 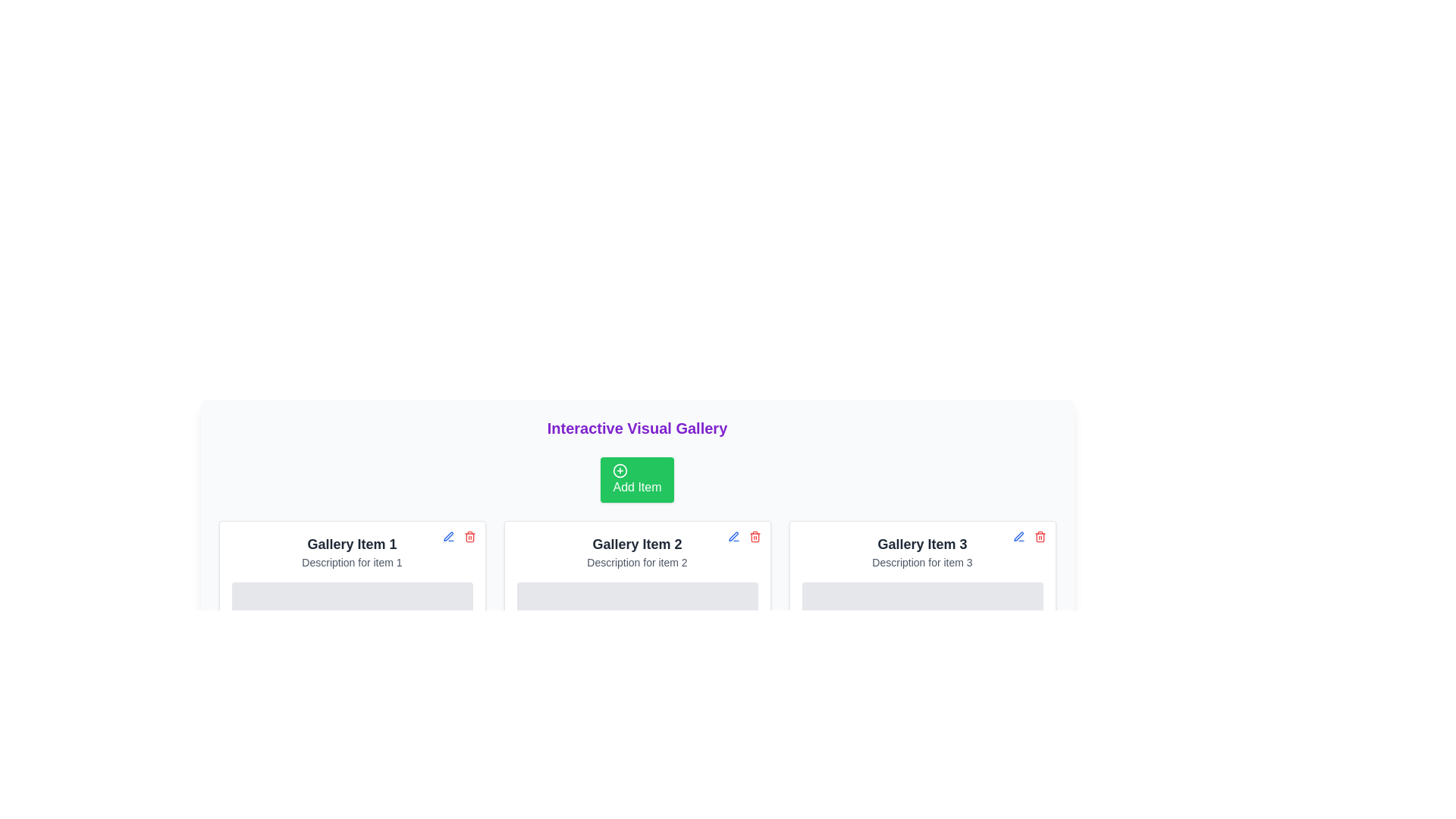 I want to click on the green rectangular button labeled 'Add Item' with a plus icon, so click(x=637, y=479).